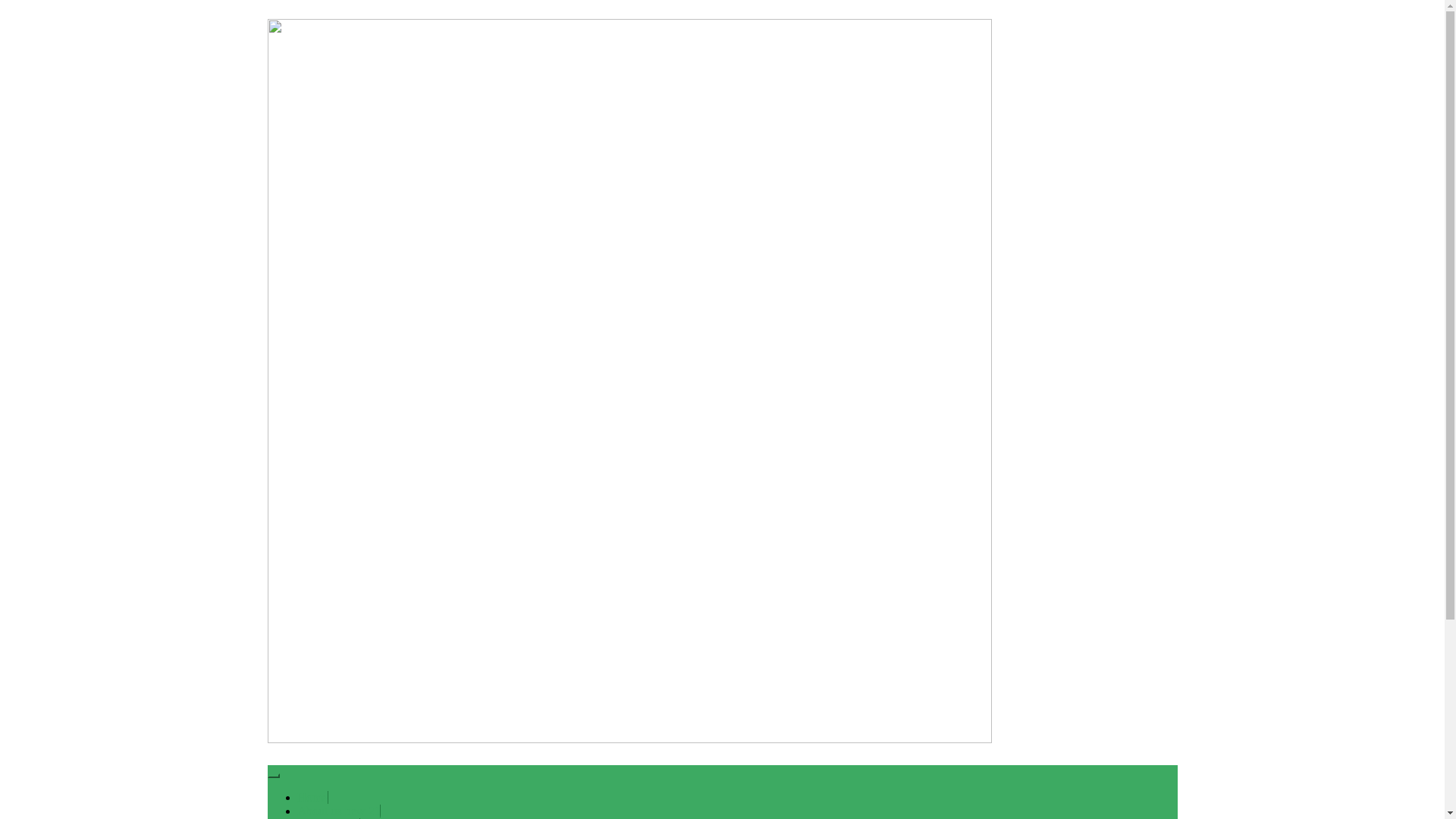 This screenshot has width=1456, height=819. Describe the element at coordinates (312, 796) in the screenshot. I see `'Home'` at that location.